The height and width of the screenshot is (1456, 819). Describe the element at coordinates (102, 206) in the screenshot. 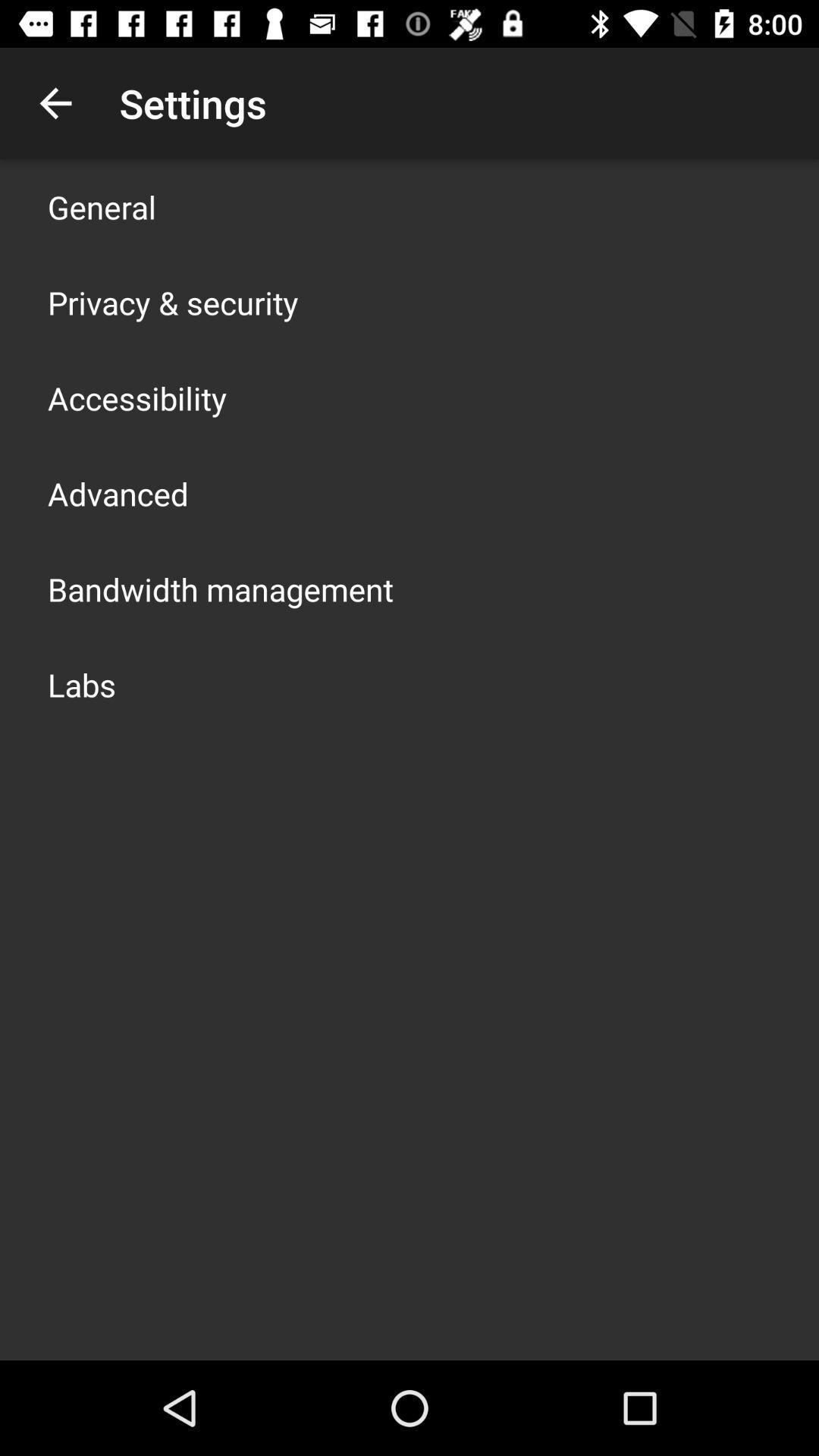

I see `general` at that location.